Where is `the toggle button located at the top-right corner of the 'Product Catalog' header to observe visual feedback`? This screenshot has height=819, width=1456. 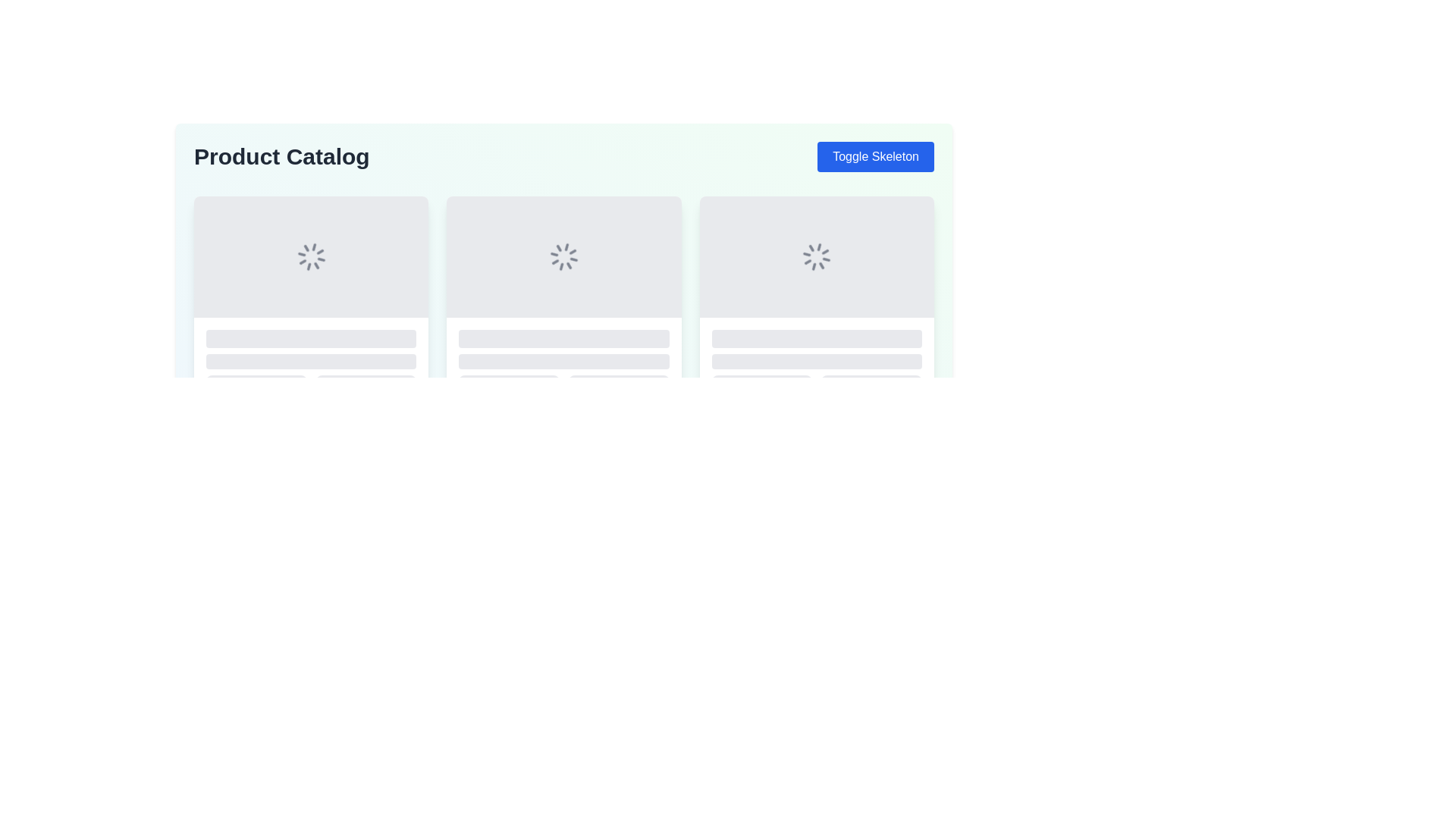
the toggle button located at the top-right corner of the 'Product Catalog' header to observe visual feedback is located at coordinates (876, 157).